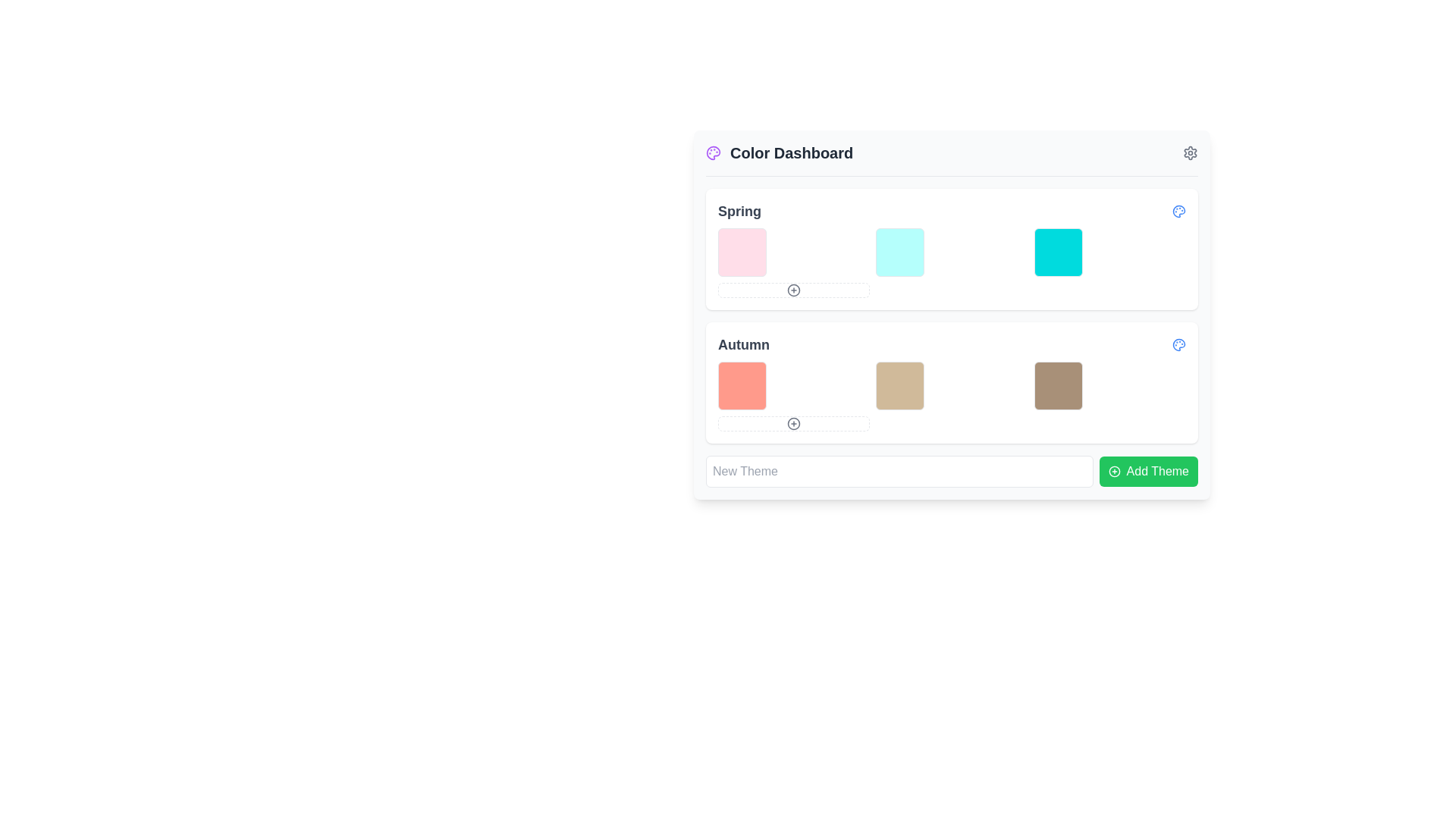  Describe the element at coordinates (712, 152) in the screenshot. I see `the SVG-based icon located to the left of the 'Color Dashboard' text in the header section of the interface` at that location.